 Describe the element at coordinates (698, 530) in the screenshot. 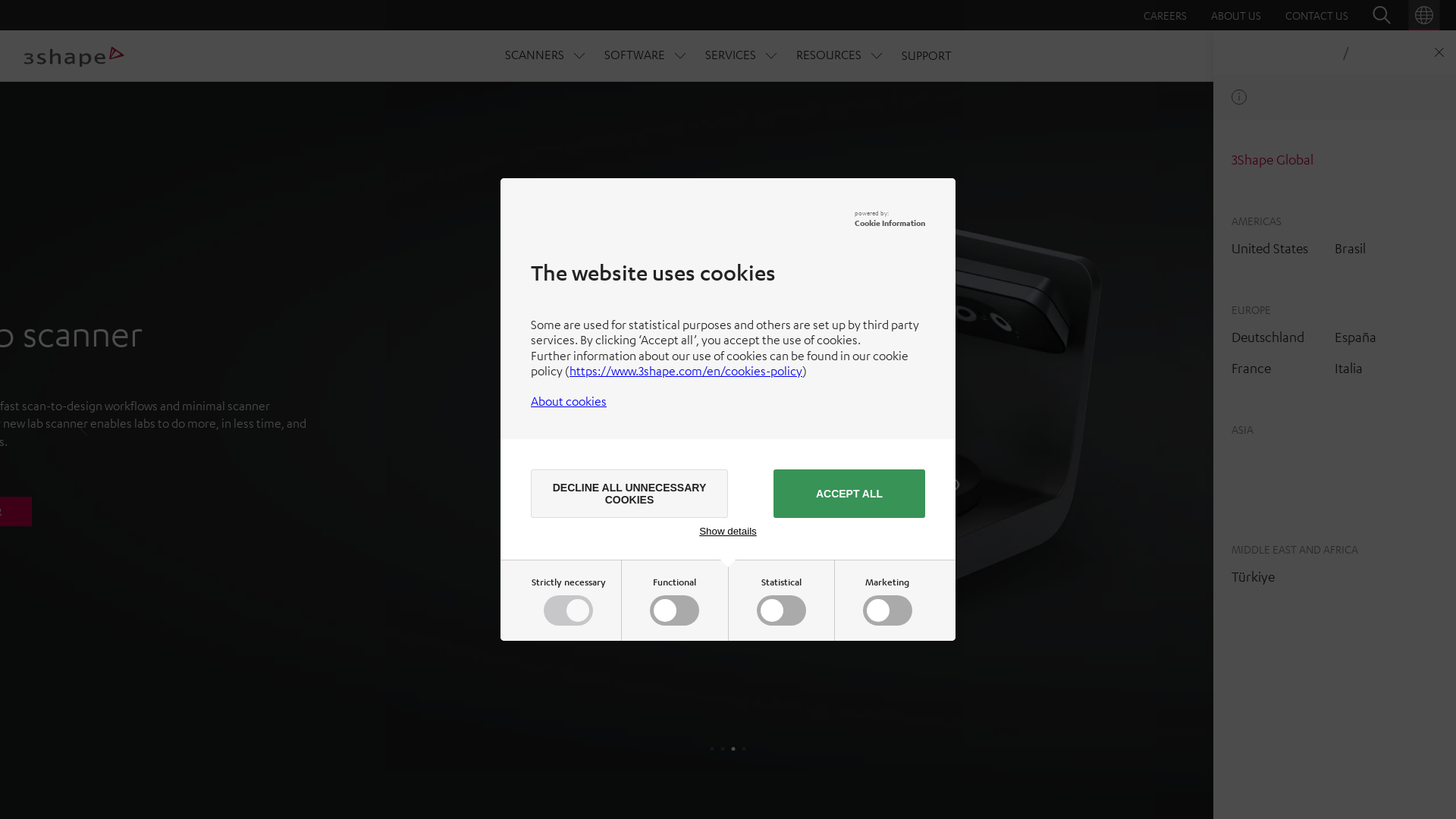

I see `'Show details'` at that location.